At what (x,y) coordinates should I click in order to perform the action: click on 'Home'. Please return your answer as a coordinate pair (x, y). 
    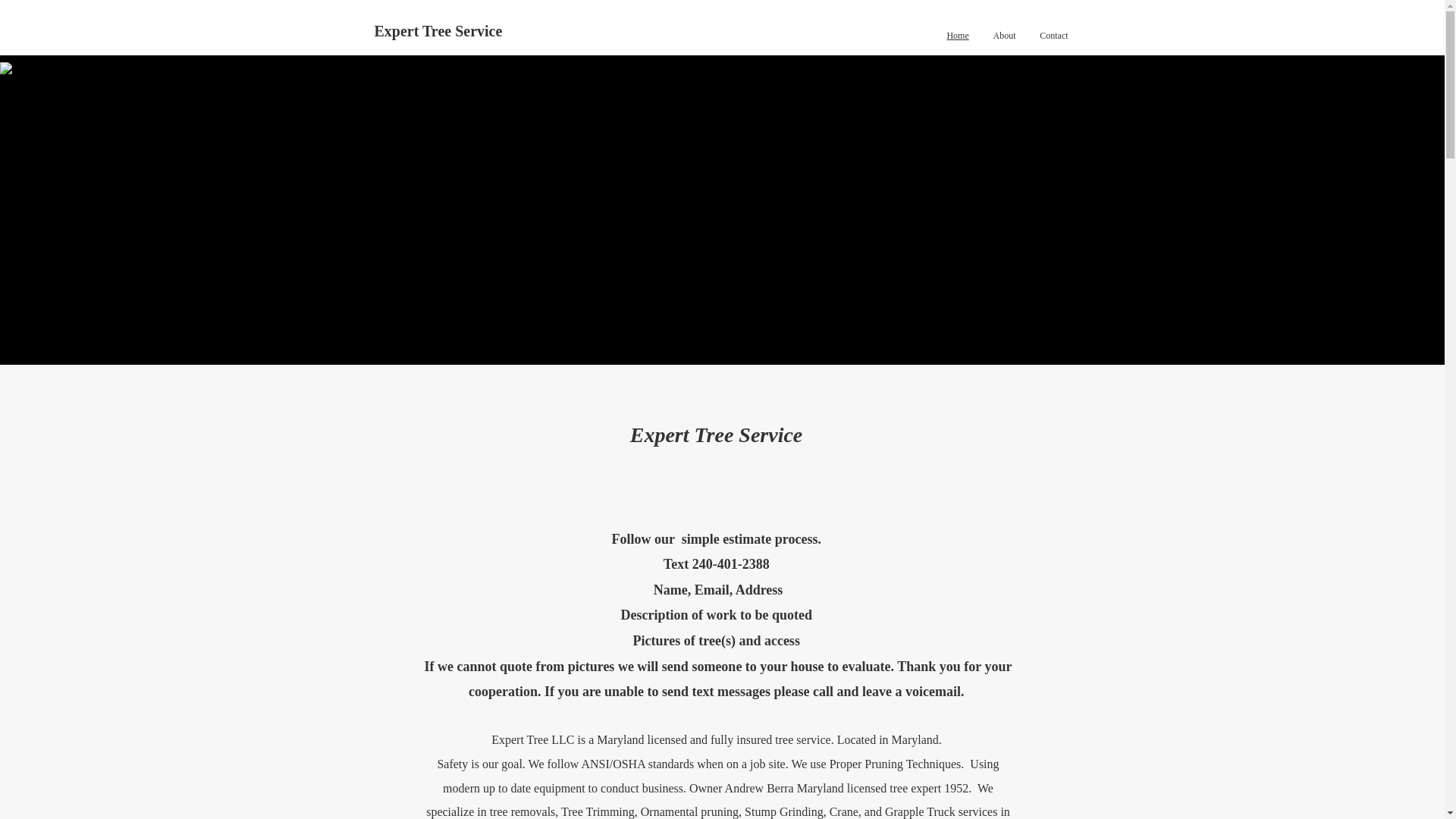
    Looking at the image, I should click on (956, 34).